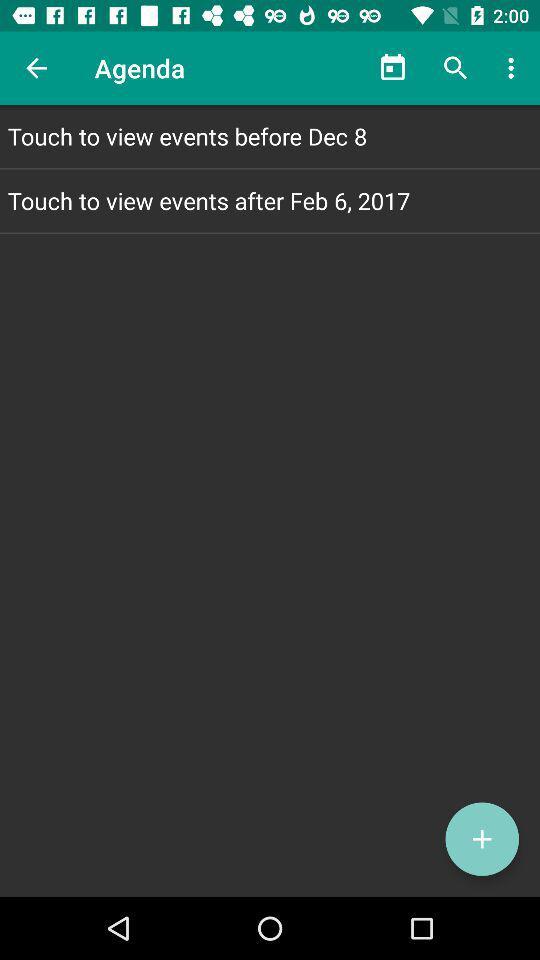  What do you see at coordinates (513, 68) in the screenshot?
I see `the icon above touch to view item` at bounding box center [513, 68].